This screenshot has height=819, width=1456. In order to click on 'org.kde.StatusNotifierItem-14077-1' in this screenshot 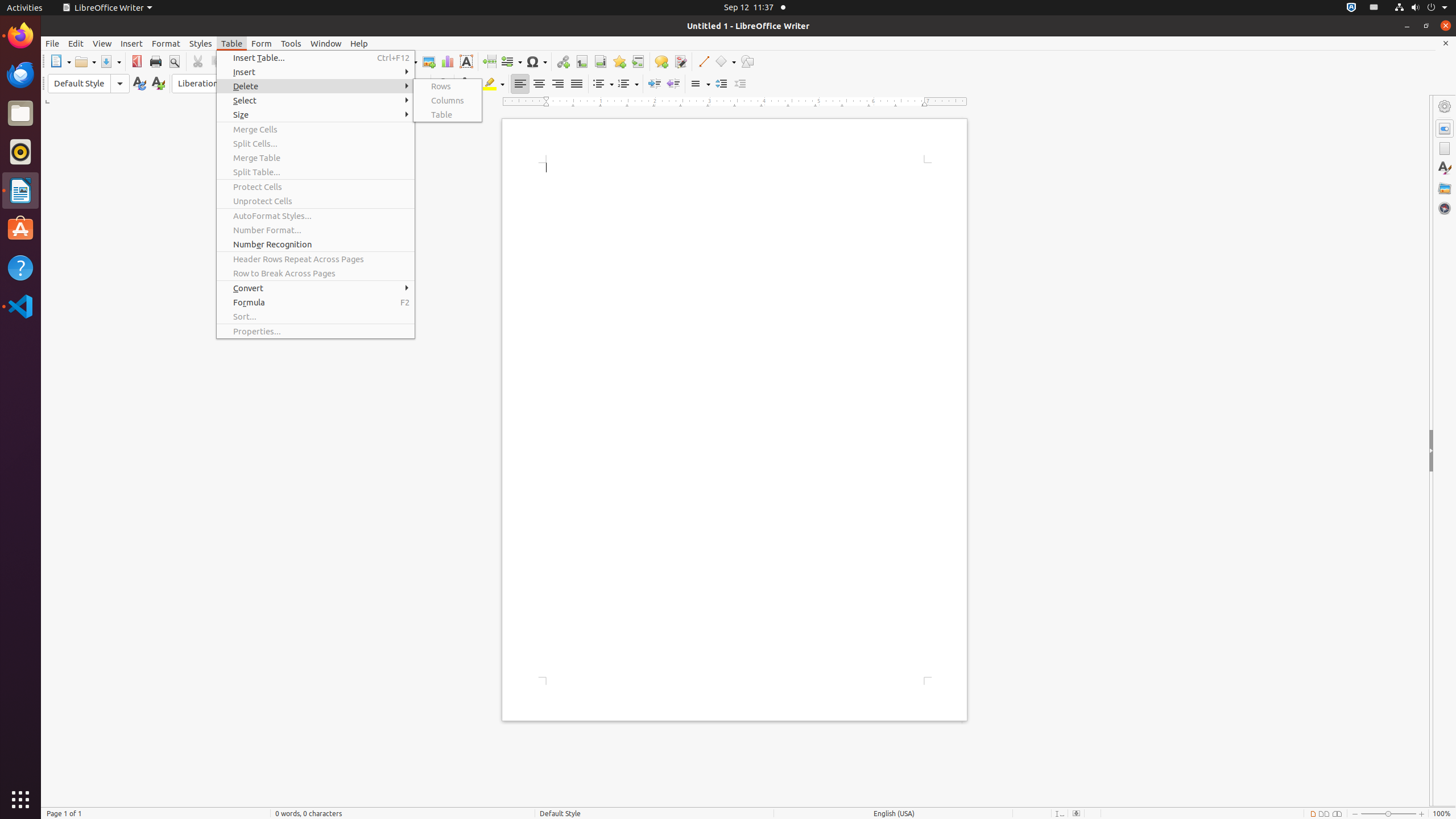, I will do `click(1373, 7)`.